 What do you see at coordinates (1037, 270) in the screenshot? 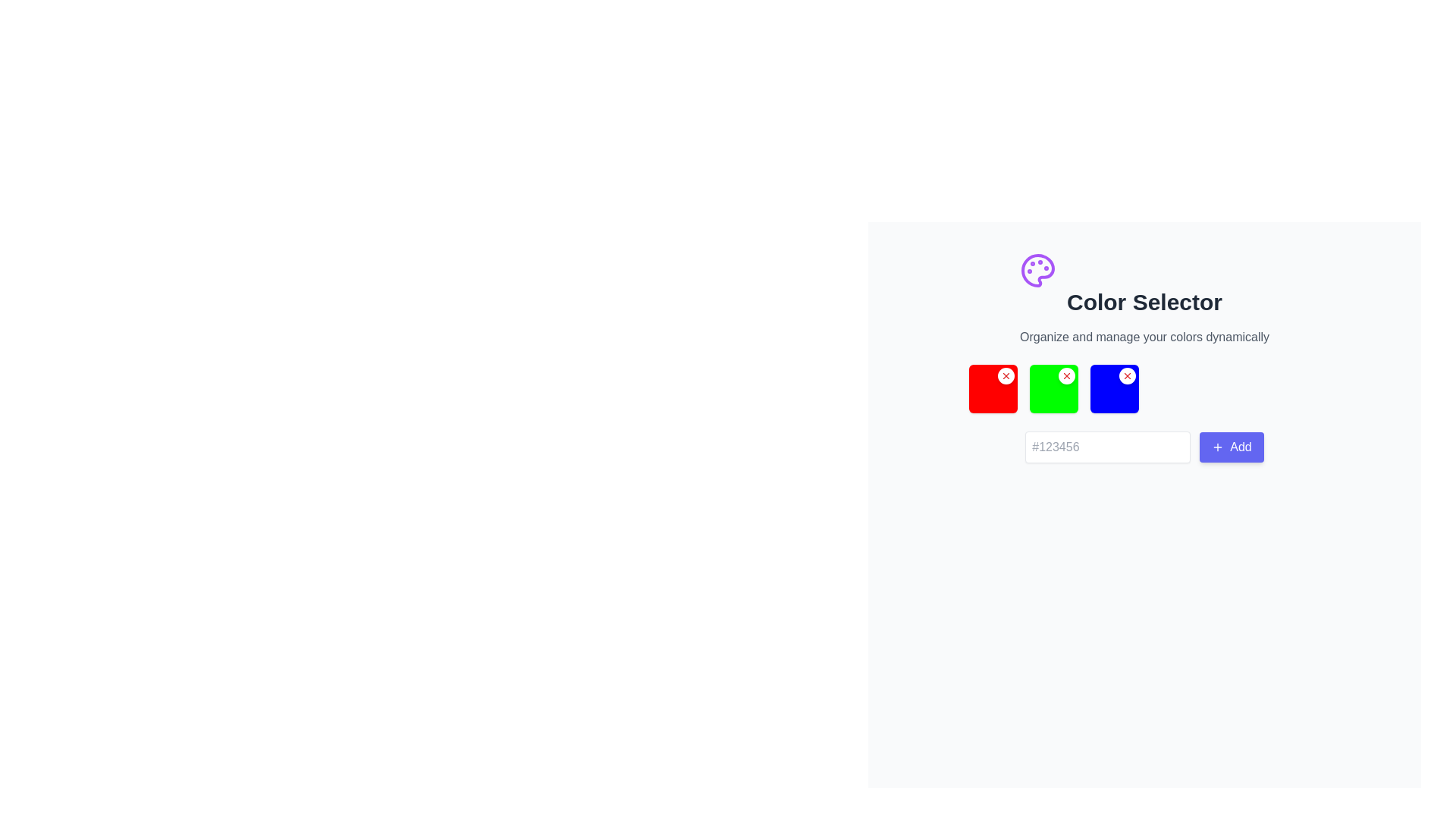
I see `the decorative icon representing the concept of a palette located at the top of the 'Color Selector' section, above the text 'Color Selector'` at bounding box center [1037, 270].